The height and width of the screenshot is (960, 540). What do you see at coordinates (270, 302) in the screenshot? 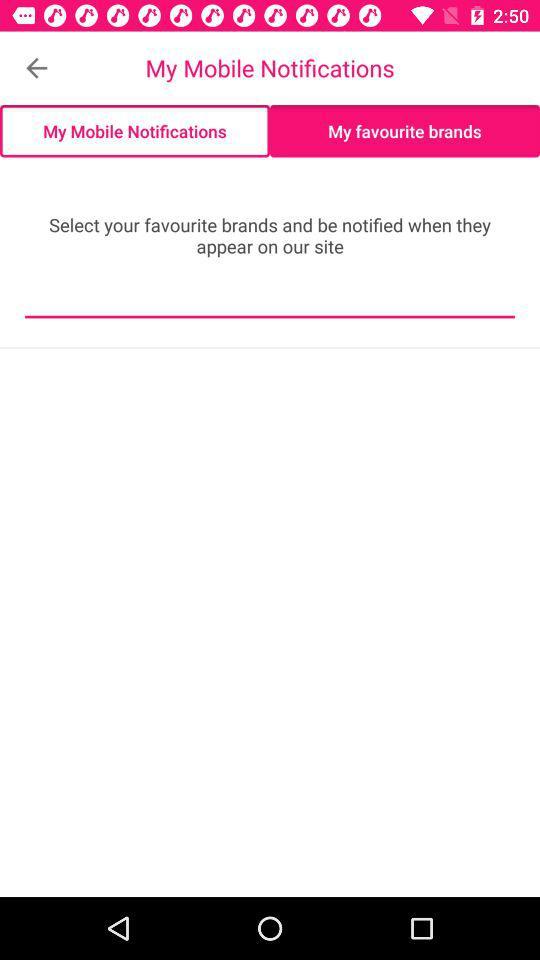
I see `brand name` at bounding box center [270, 302].